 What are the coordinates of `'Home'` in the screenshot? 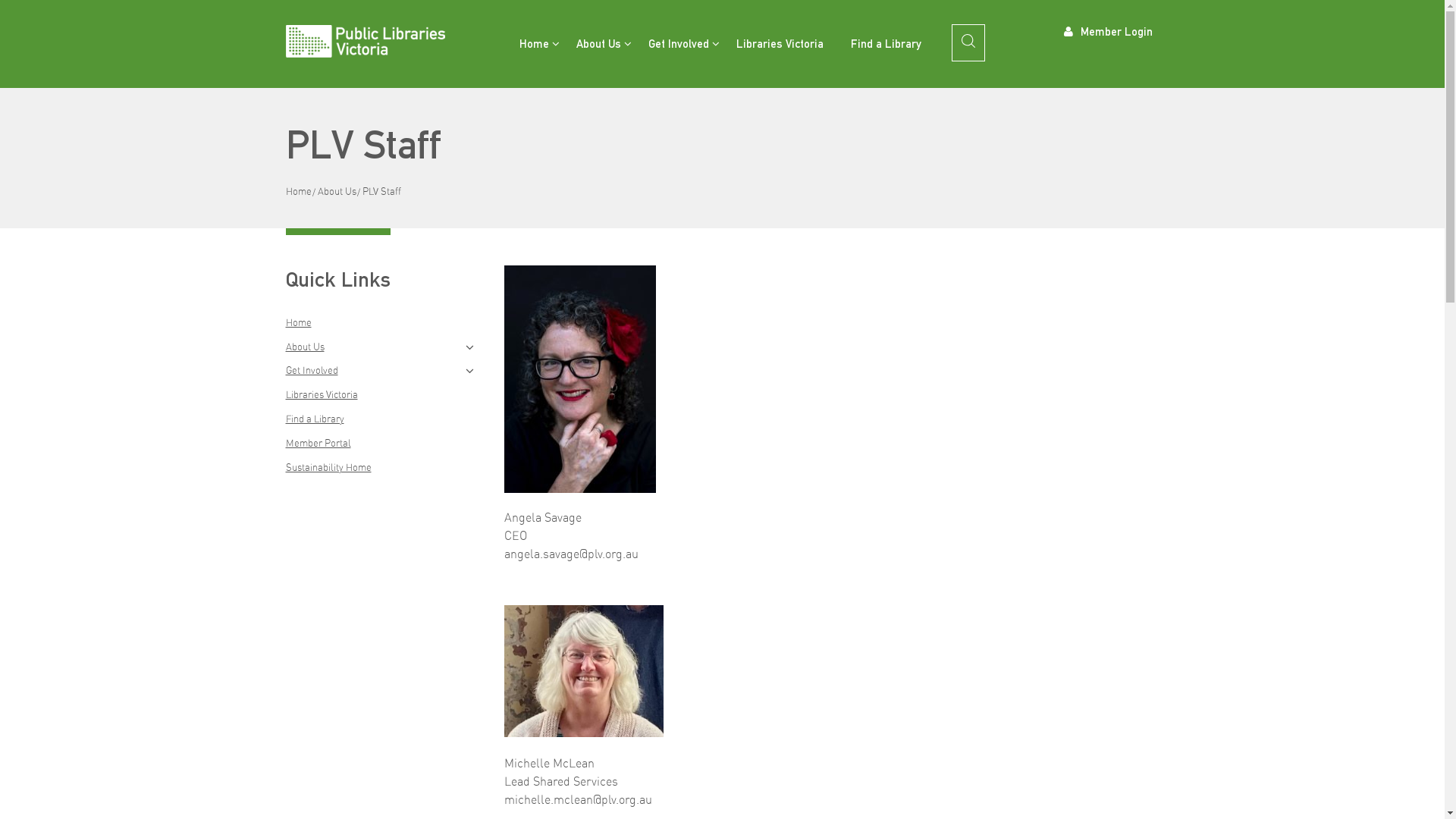 It's located at (298, 321).